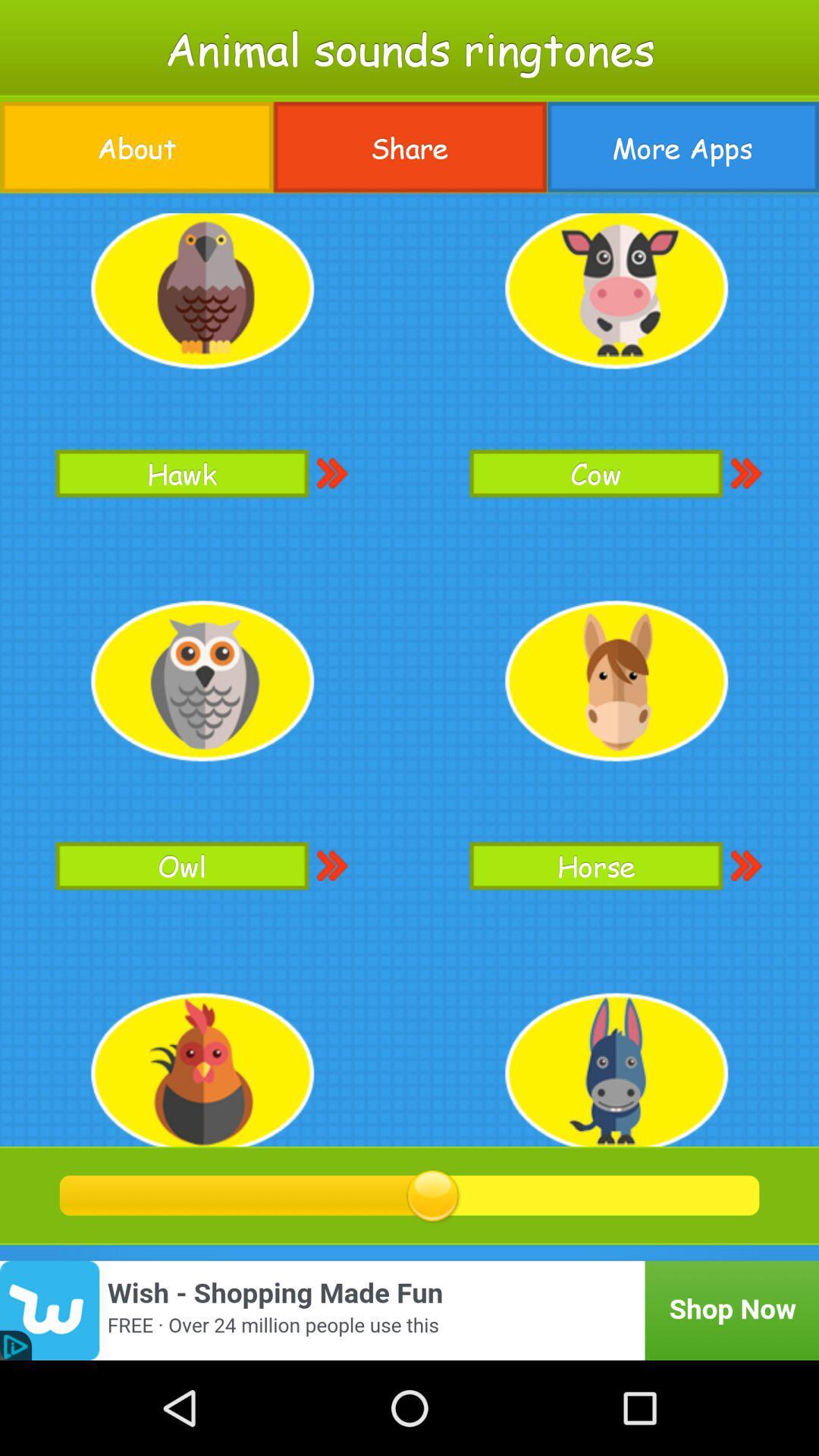  I want to click on the item below animal sounds ringtones icon, so click(409, 147).